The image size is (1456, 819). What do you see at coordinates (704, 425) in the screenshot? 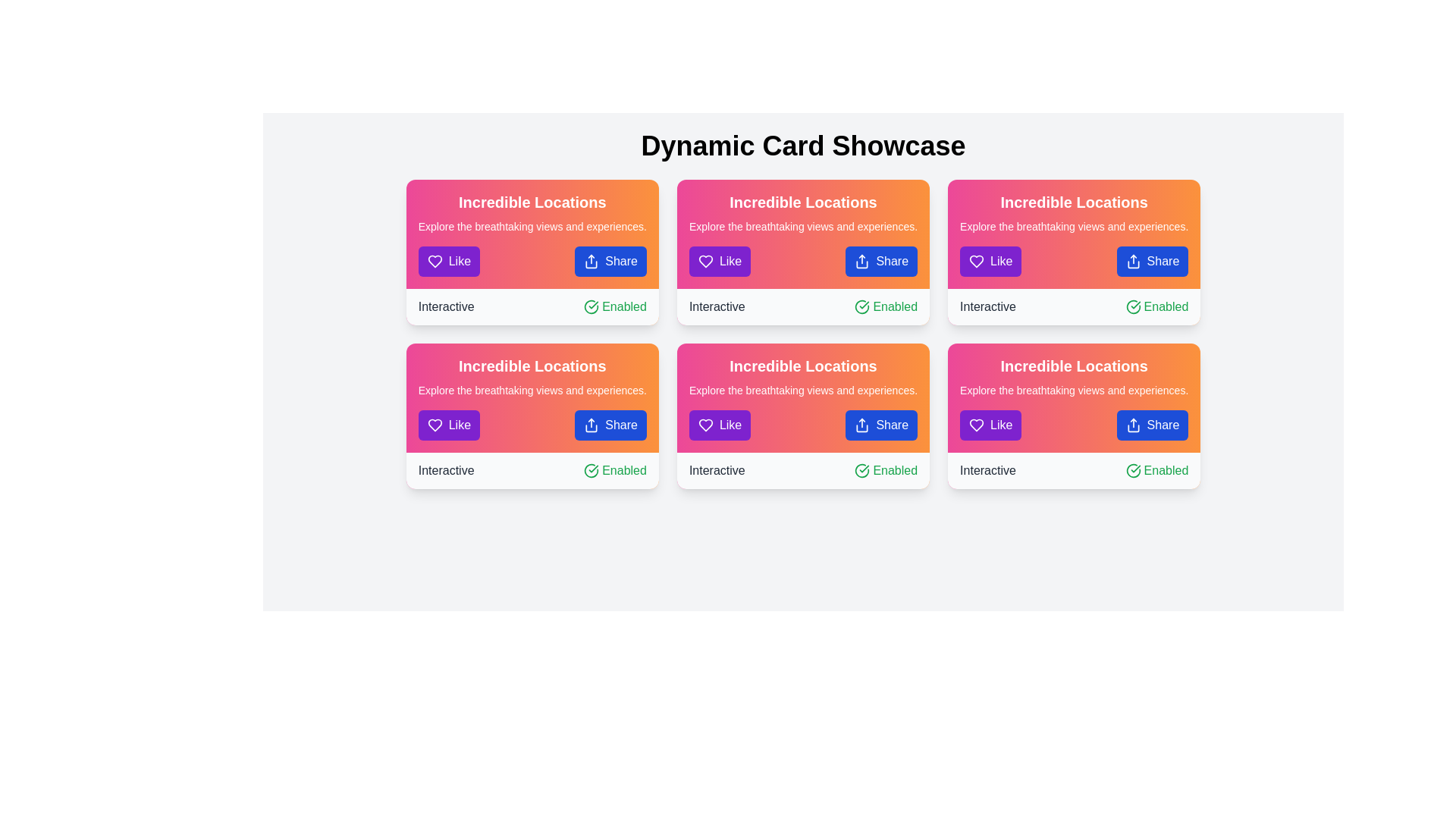
I see `the heart-shaped icon with a hollow center, which is part of the 'Like' button, to Like the content` at bounding box center [704, 425].